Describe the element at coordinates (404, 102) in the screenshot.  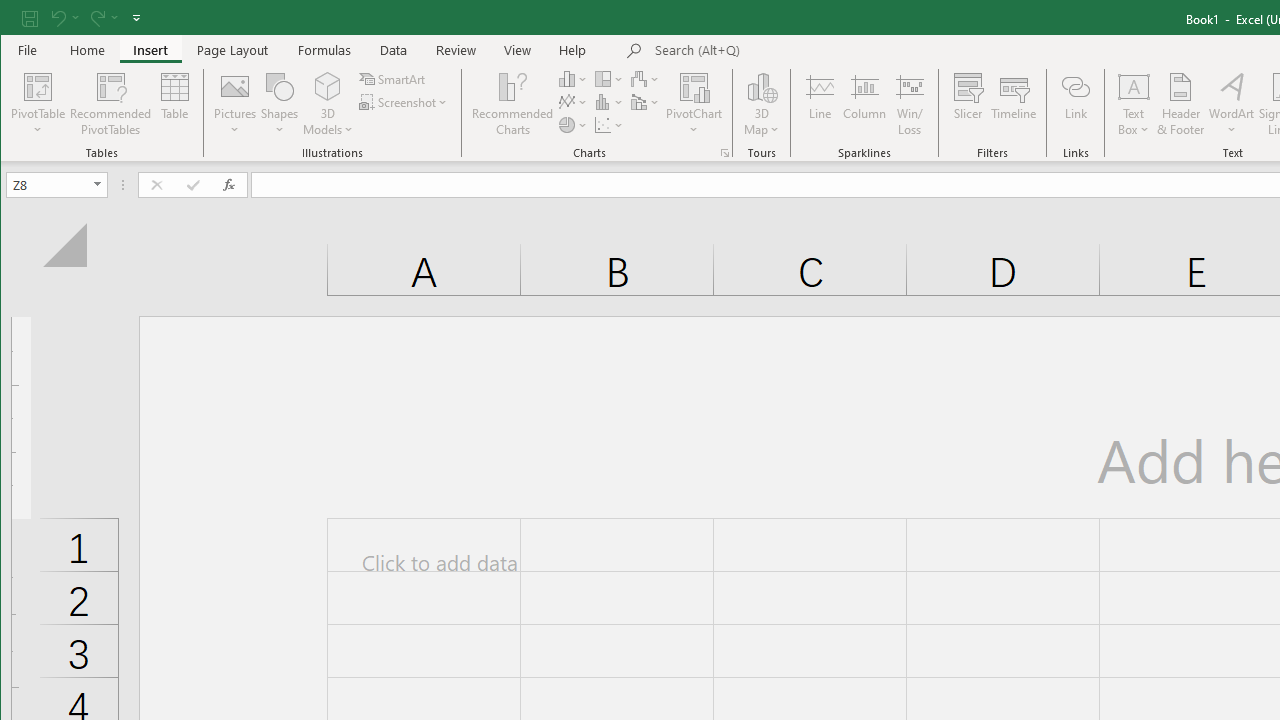
I see `'Screenshot'` at that location.